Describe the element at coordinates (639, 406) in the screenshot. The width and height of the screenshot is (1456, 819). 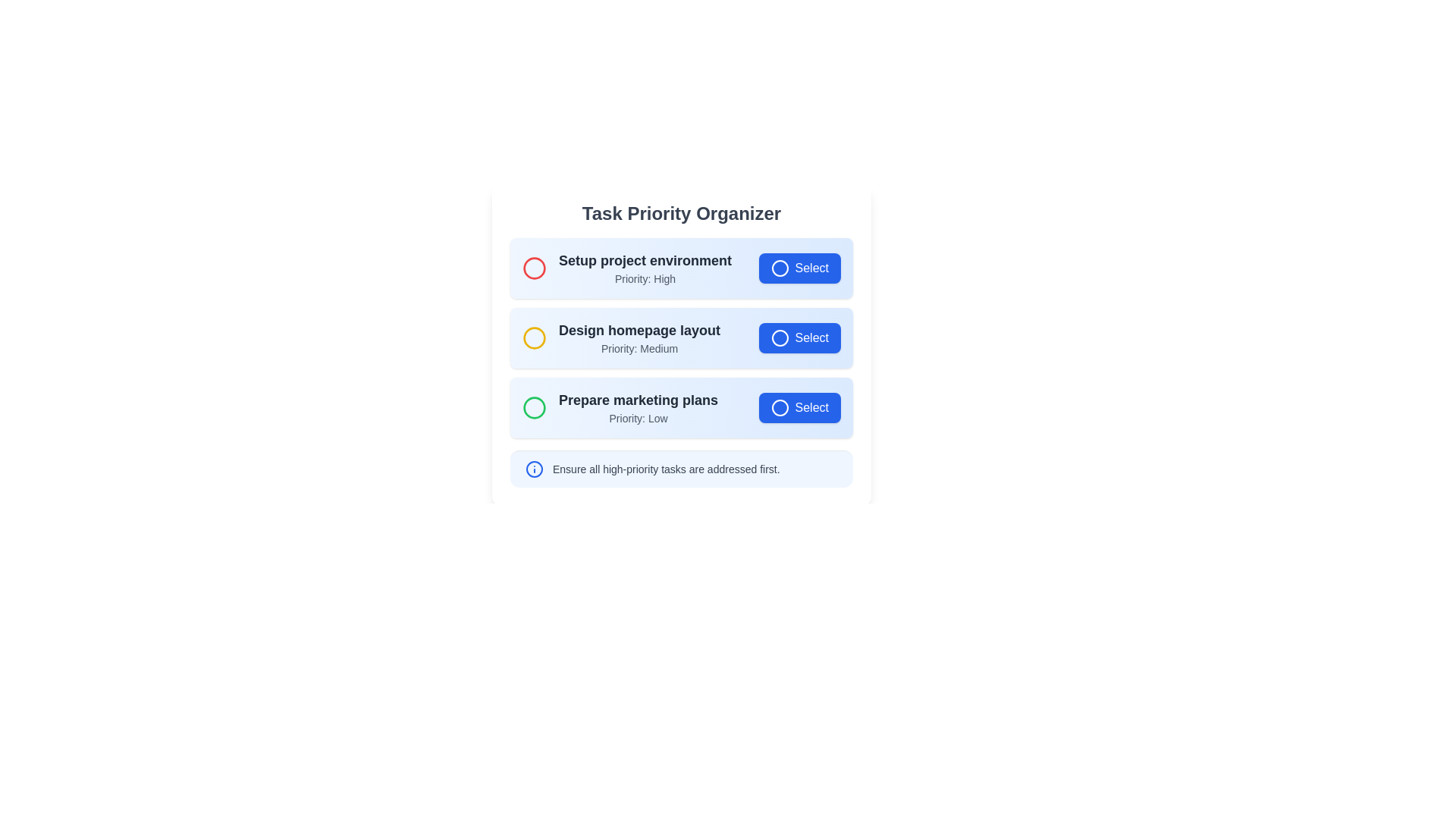
I see `the textual label indicating the task 'Prepare marketing plans' with a priority level of 'Low' in the 'Task Priority Organizer' interface, which is the third item among similar elements` at that location.